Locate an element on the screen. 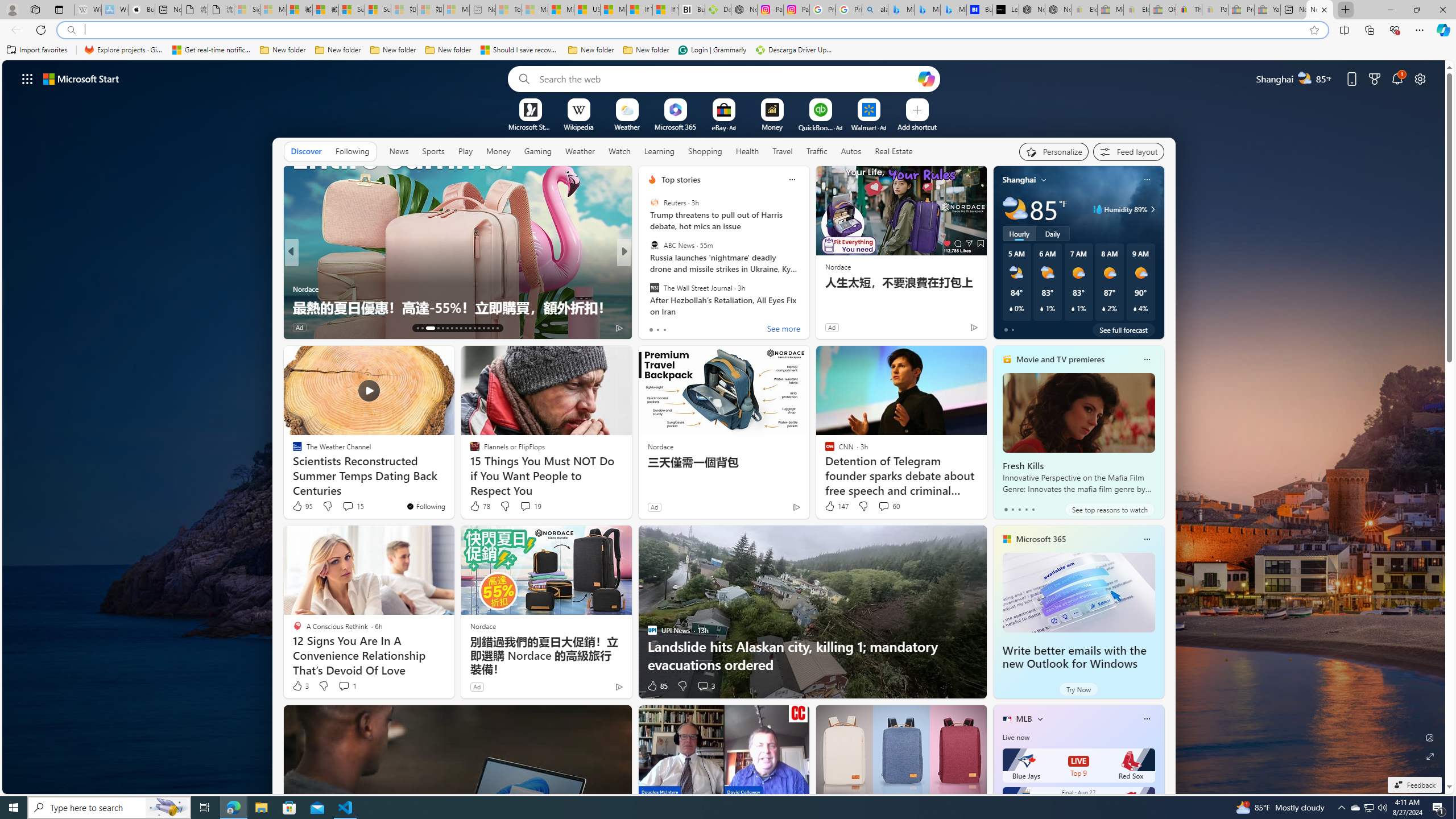 The image size is (1456, 819). 'Page settings' is located at coordinates (1420, 78).